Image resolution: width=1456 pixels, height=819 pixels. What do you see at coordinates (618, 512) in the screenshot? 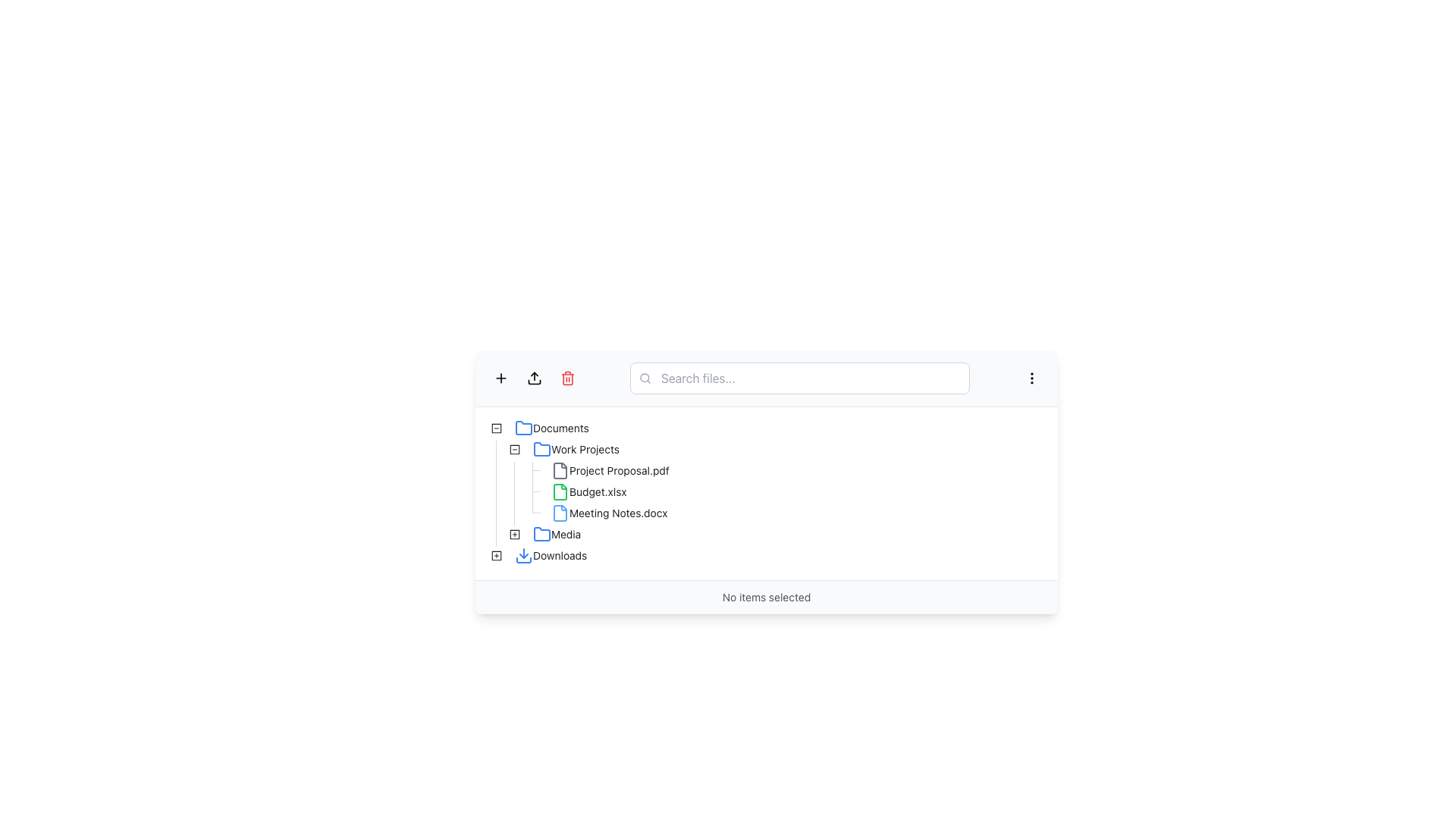
I see `the 'Meeting Notes.docx' text label in the tree menu` at bounding box center [618, 512].